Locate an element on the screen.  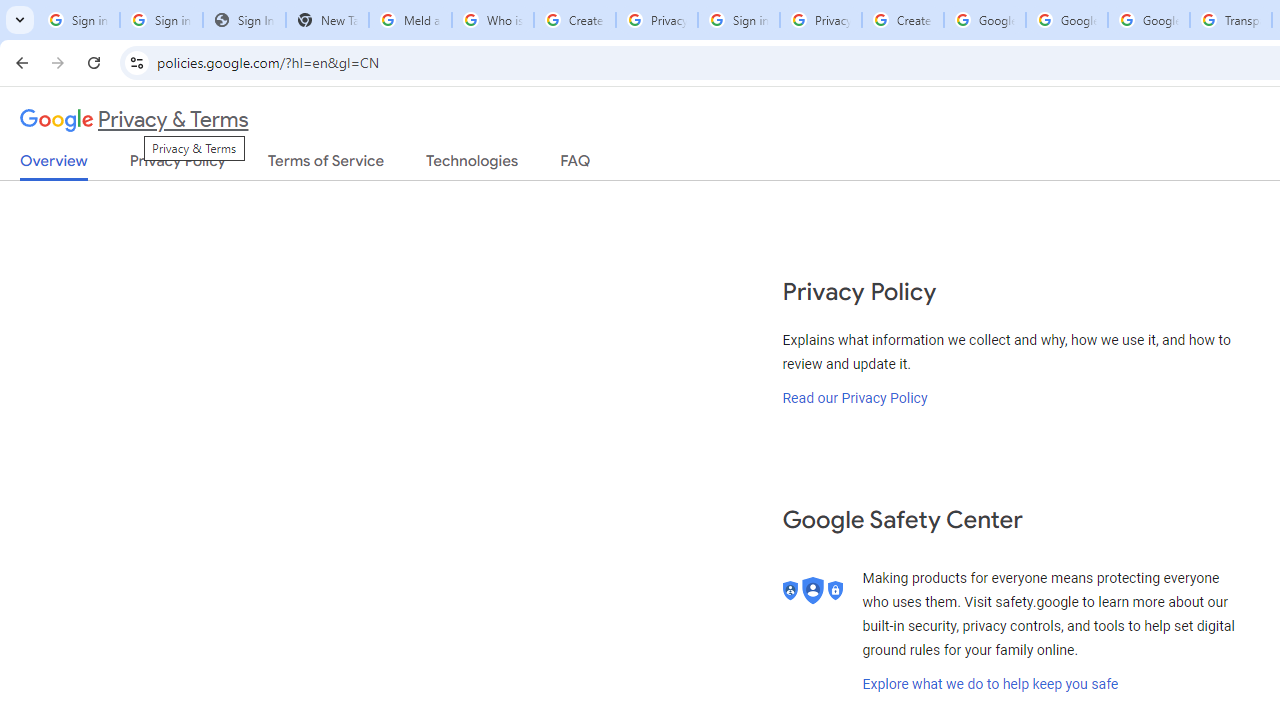
'Terms of Service' is located at coordinates (326, 164).